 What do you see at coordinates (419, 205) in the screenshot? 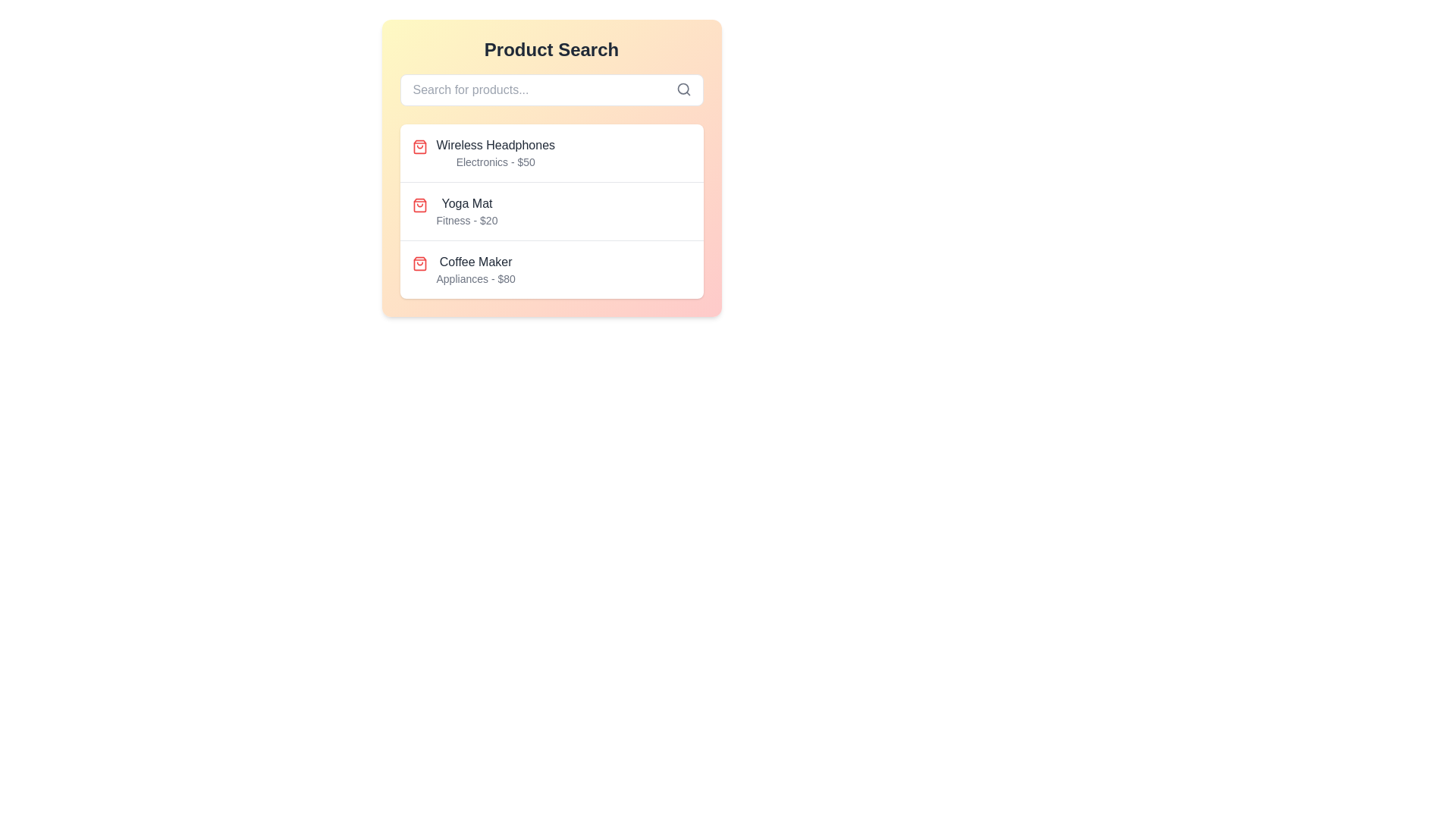
I see `the red shopping bag icon located to the left of the 'Yoga Mat' description in the second product listing` at bounding box center [419, 205].